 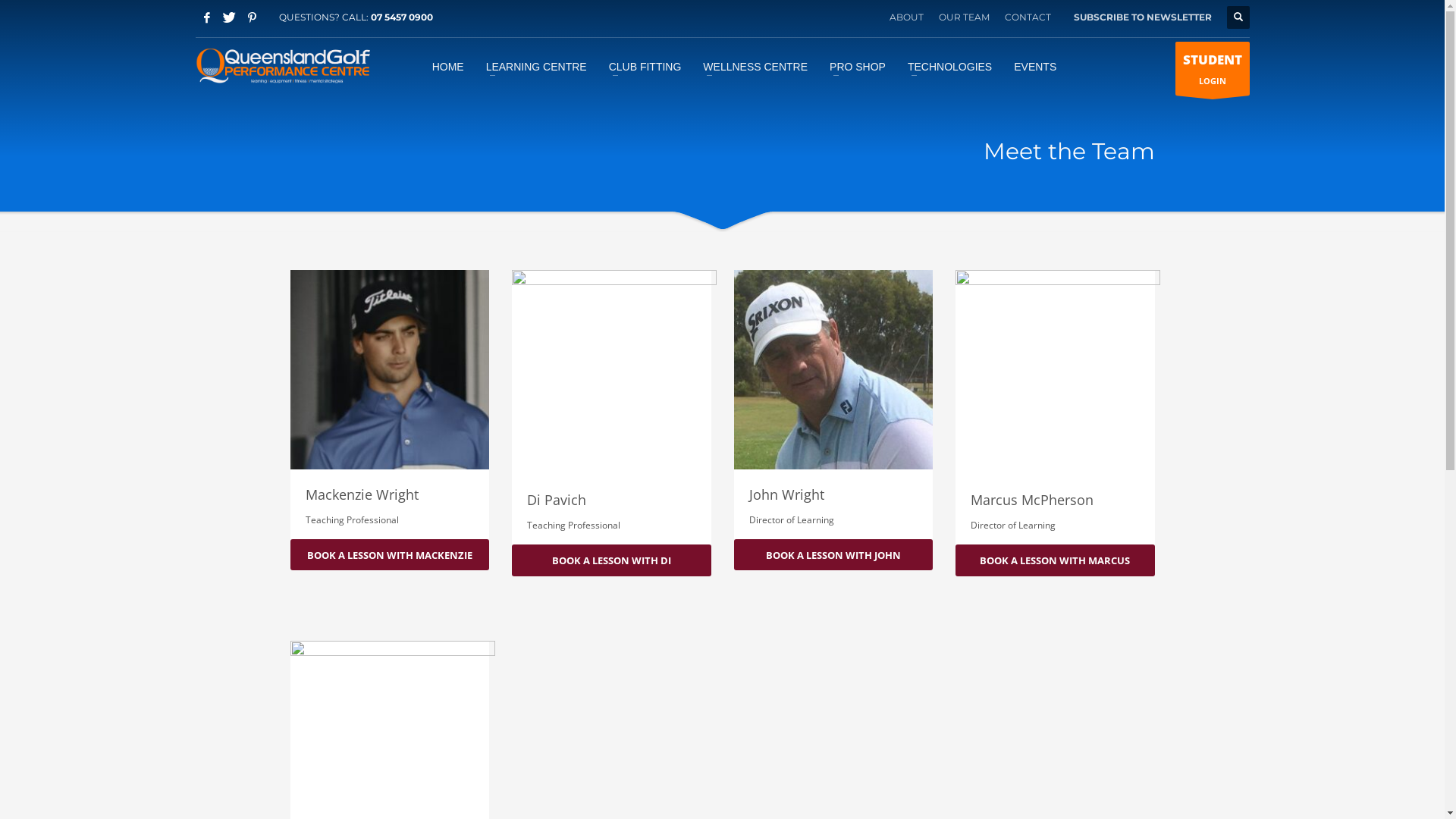 What do you see at coordinates (833, 554) in the screenshot?
I see `'BOOK A LESSON WITH JOHN'` at bounding box center [833, 554].